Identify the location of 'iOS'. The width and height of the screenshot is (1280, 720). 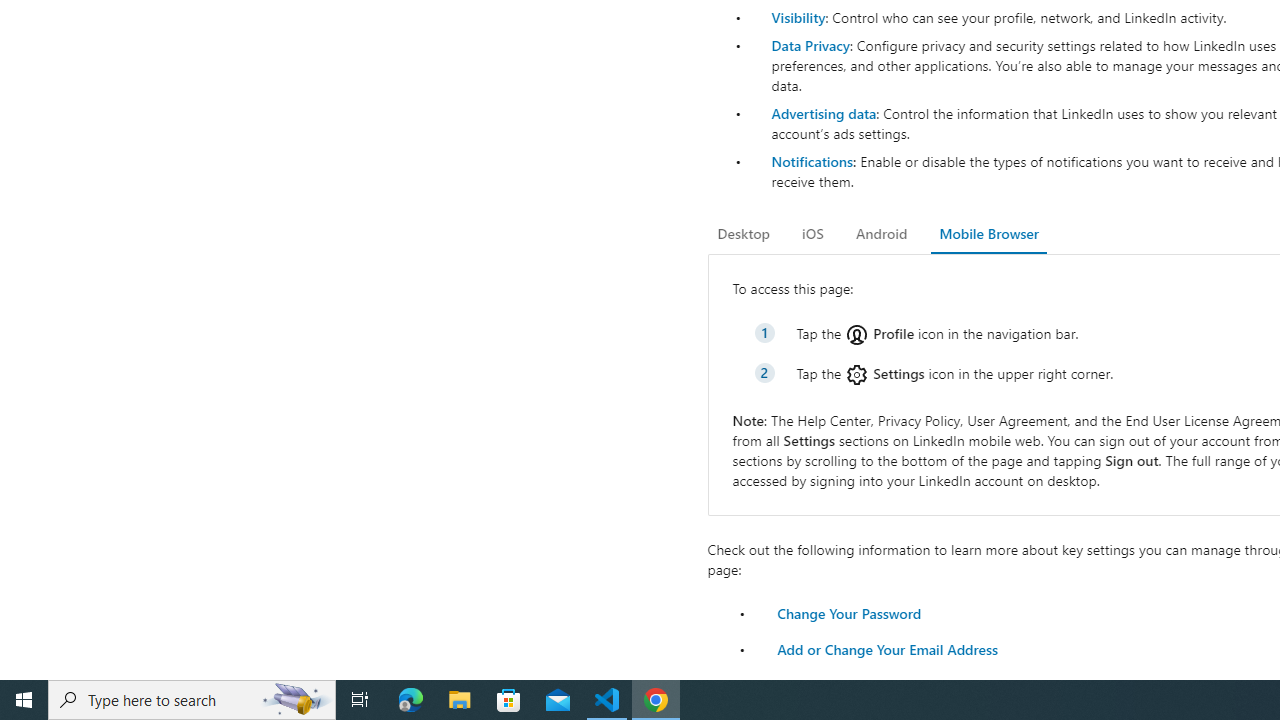
(812, 233).